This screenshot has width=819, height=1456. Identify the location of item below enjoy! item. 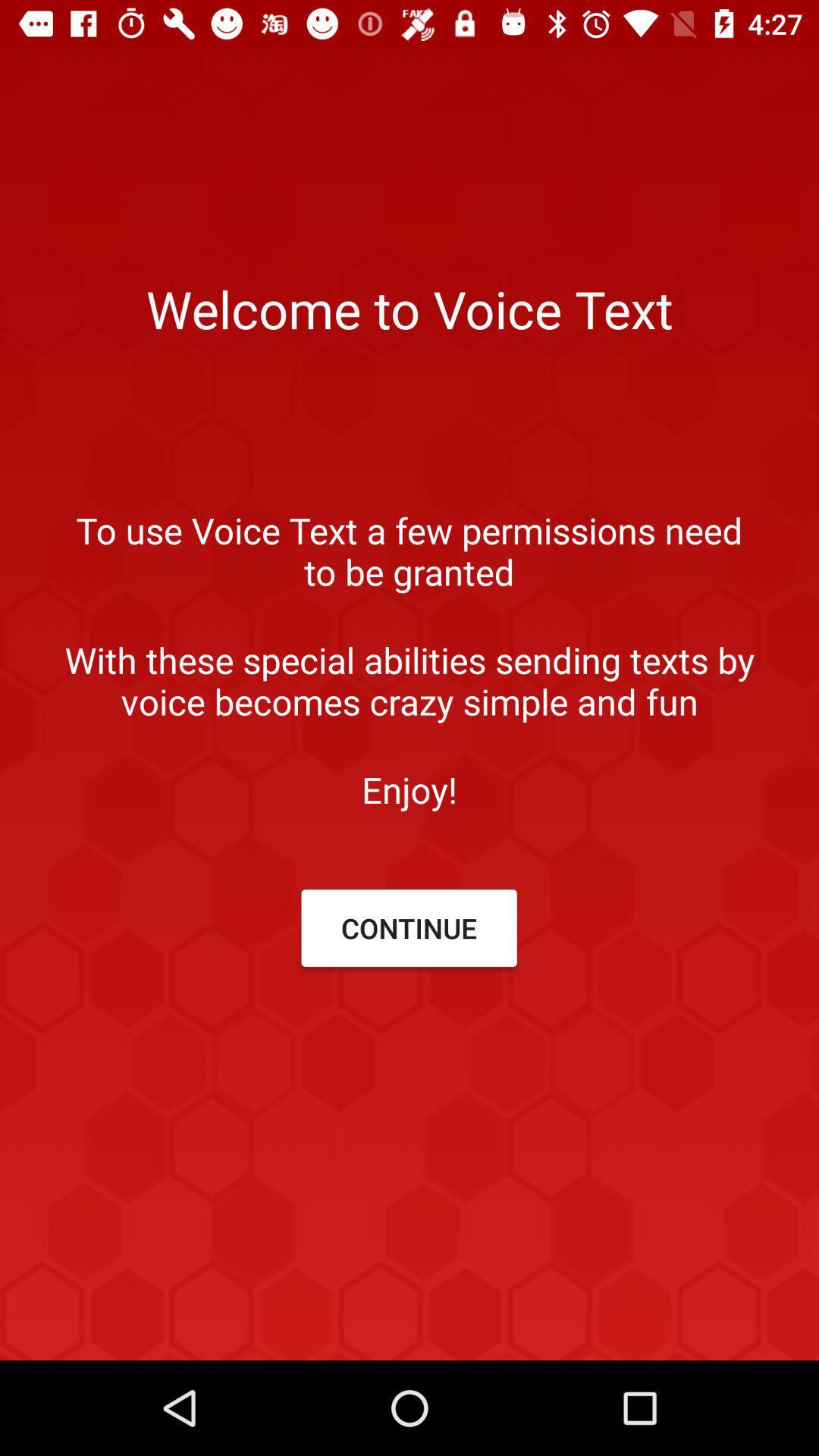
(408, 927).